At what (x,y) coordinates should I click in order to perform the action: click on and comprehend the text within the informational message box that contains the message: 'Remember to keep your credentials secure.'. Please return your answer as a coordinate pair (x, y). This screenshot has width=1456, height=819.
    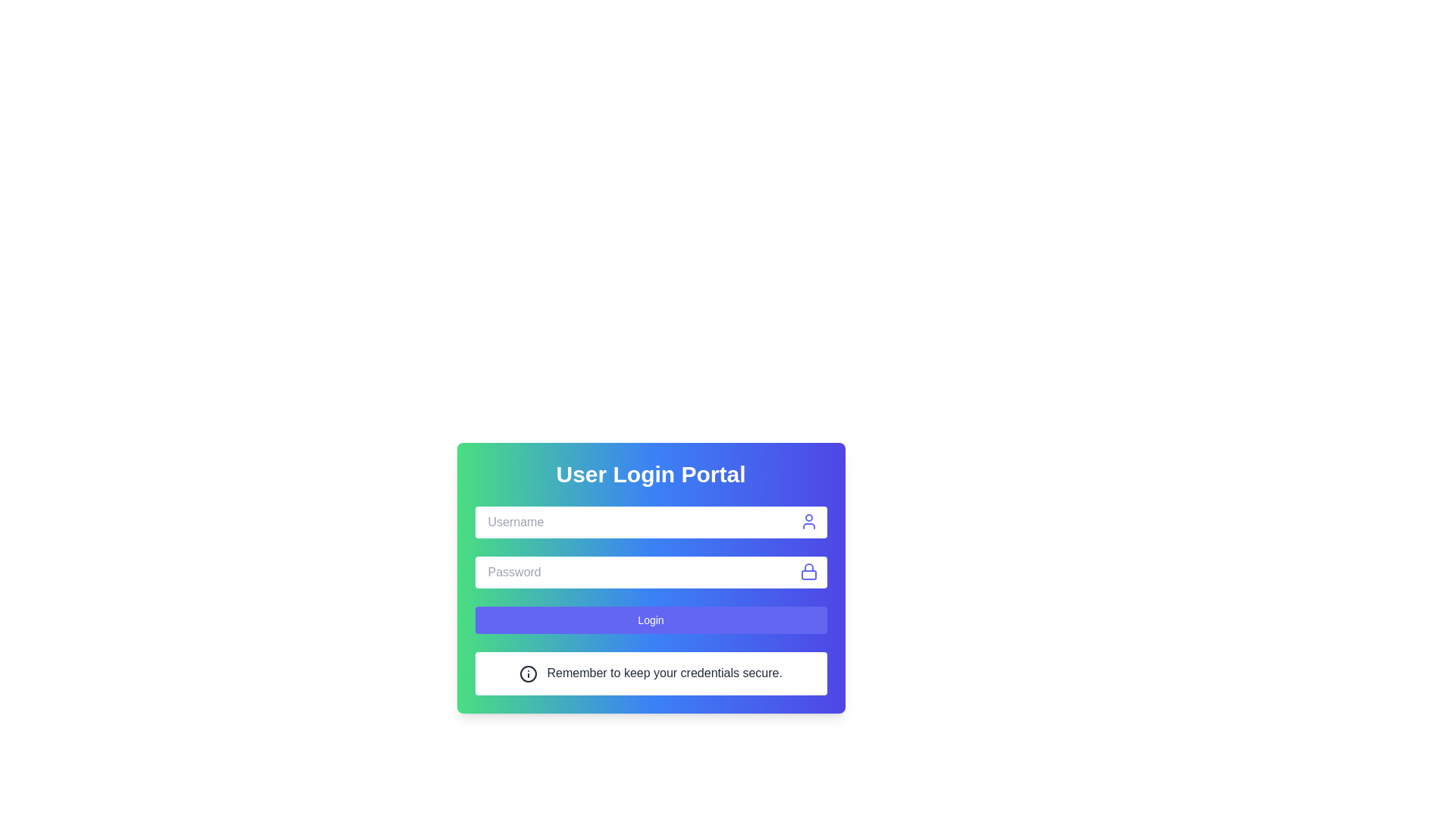
    Looking at the image, I should click on (651, 673).